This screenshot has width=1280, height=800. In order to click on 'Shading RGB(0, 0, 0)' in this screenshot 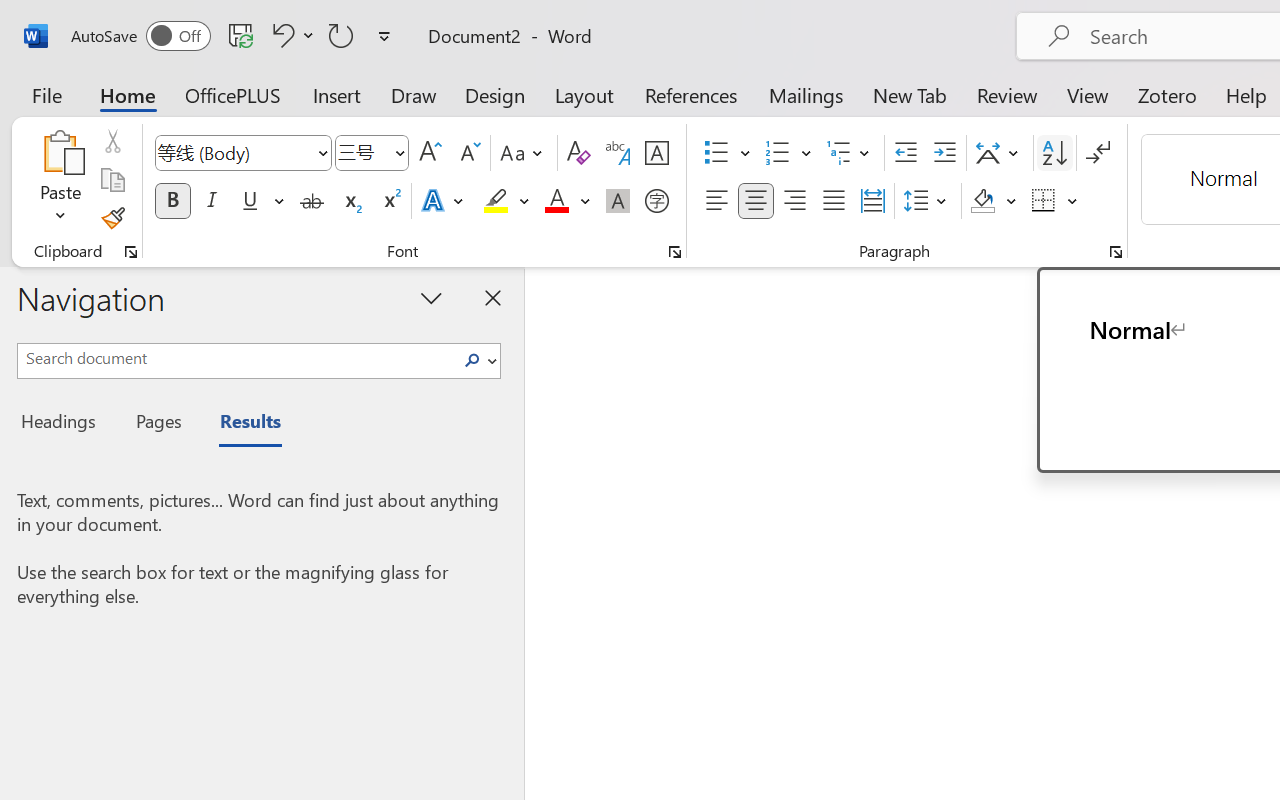, I will do `click(983, 201)`.